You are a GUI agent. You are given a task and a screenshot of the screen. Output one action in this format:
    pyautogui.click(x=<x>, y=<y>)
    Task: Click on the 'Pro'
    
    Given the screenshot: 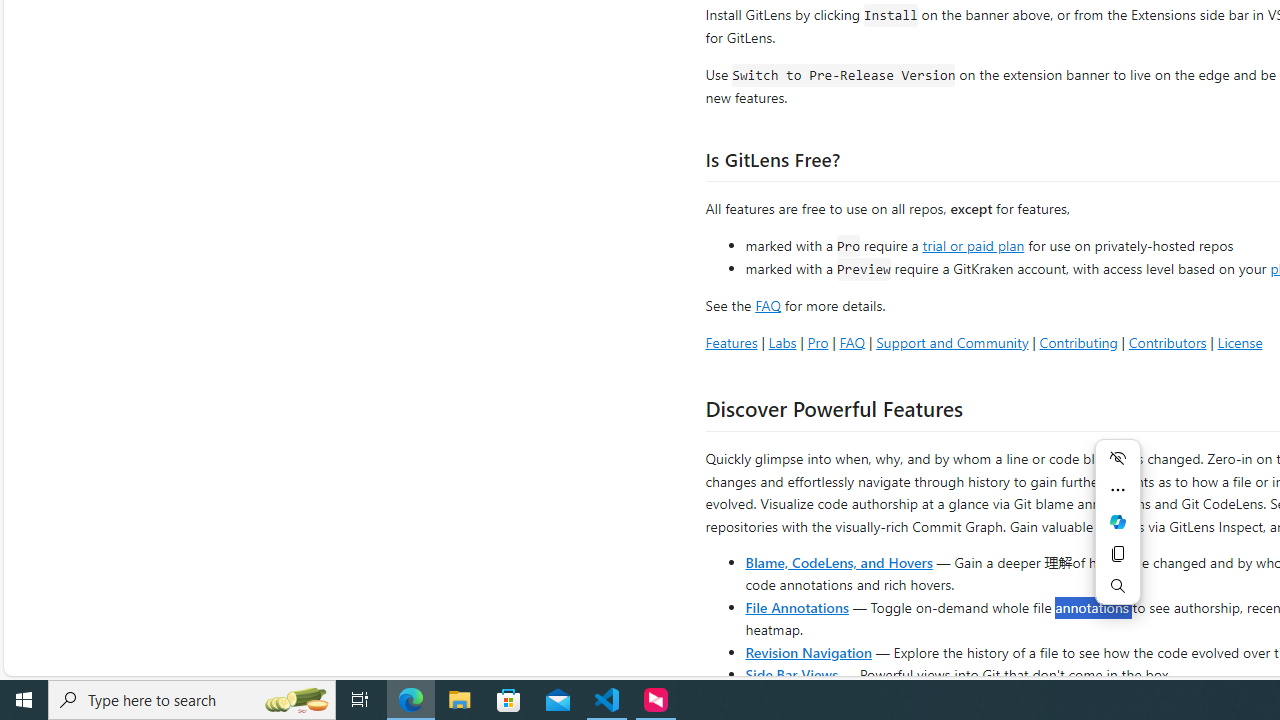 What is the action you would take?
    pyautogui.click(x=817, y=341)
    